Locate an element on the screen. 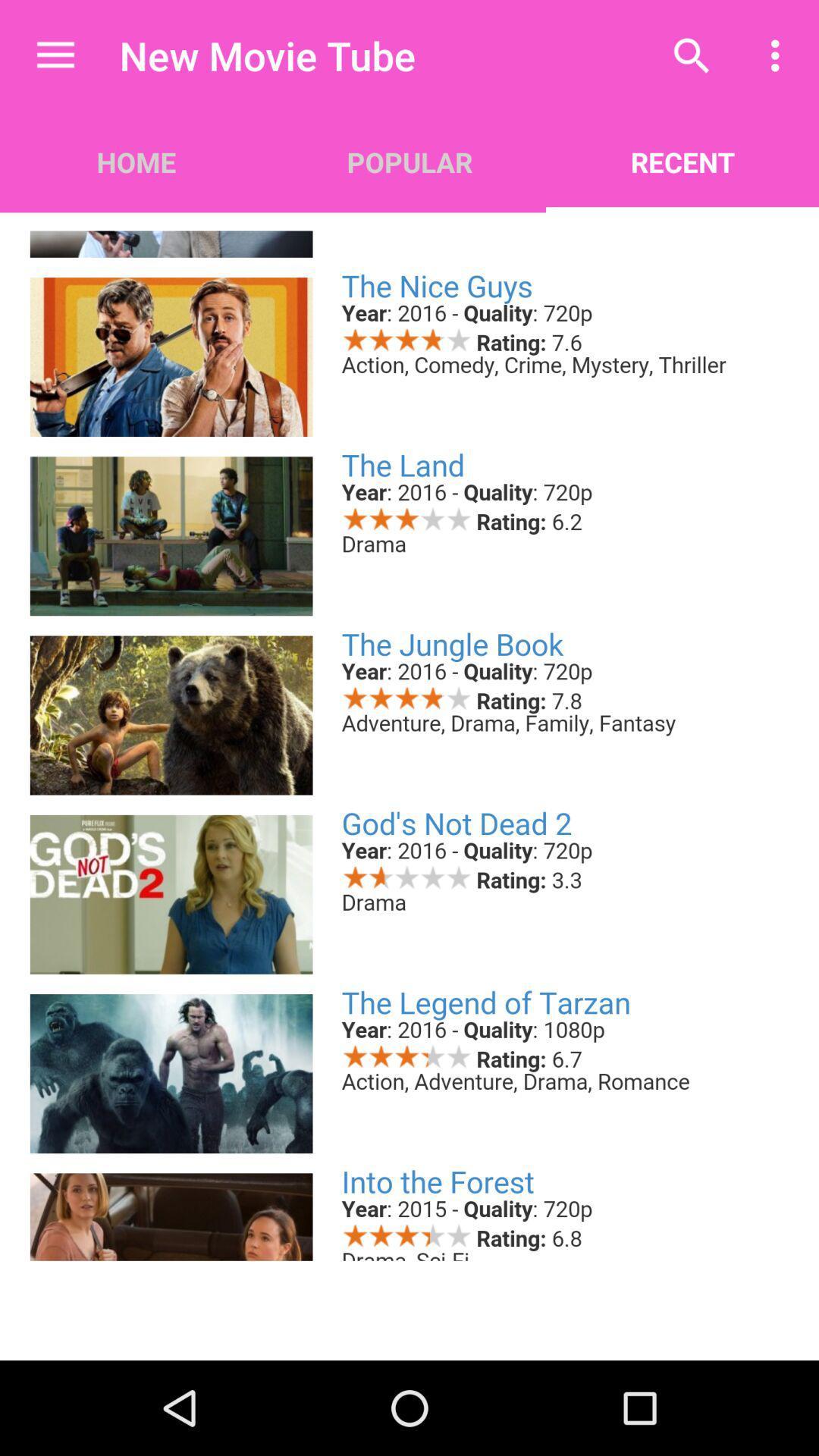  choose video to watch is located at coordinates (409, 736).